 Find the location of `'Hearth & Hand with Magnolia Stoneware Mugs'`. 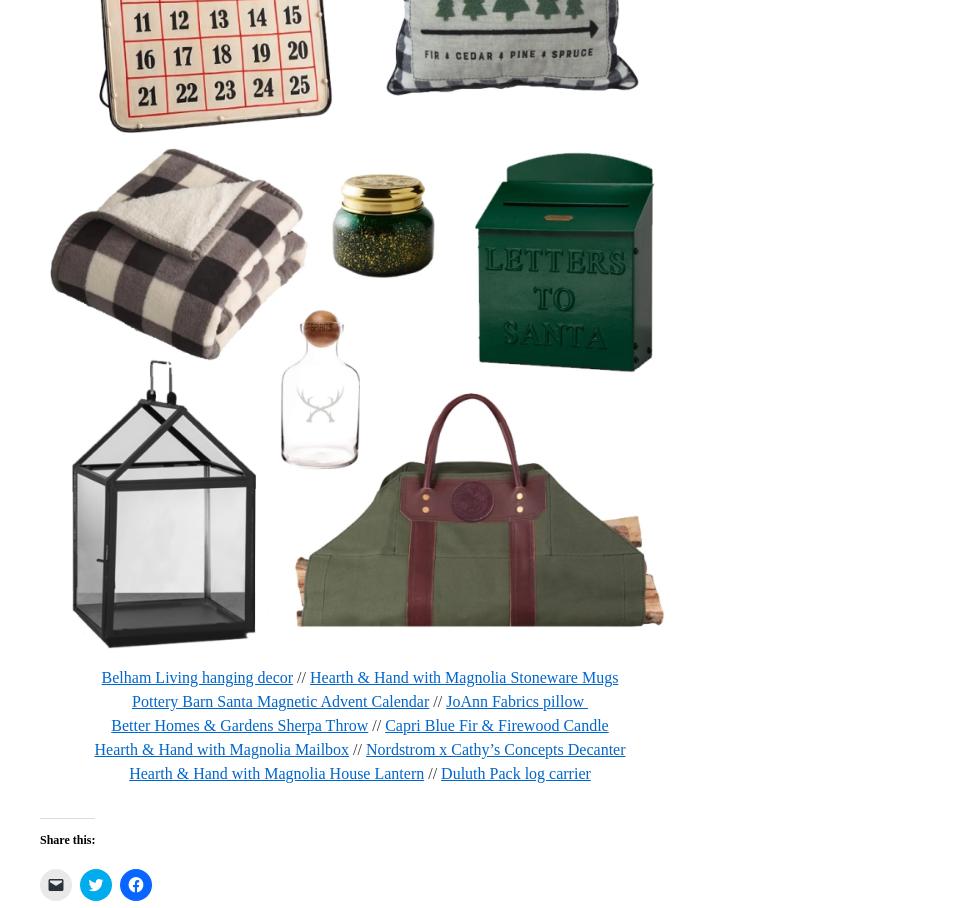

'Hearth & Hand with Magnolia Stoneware Mugs' is located at coordinates (464, 676).